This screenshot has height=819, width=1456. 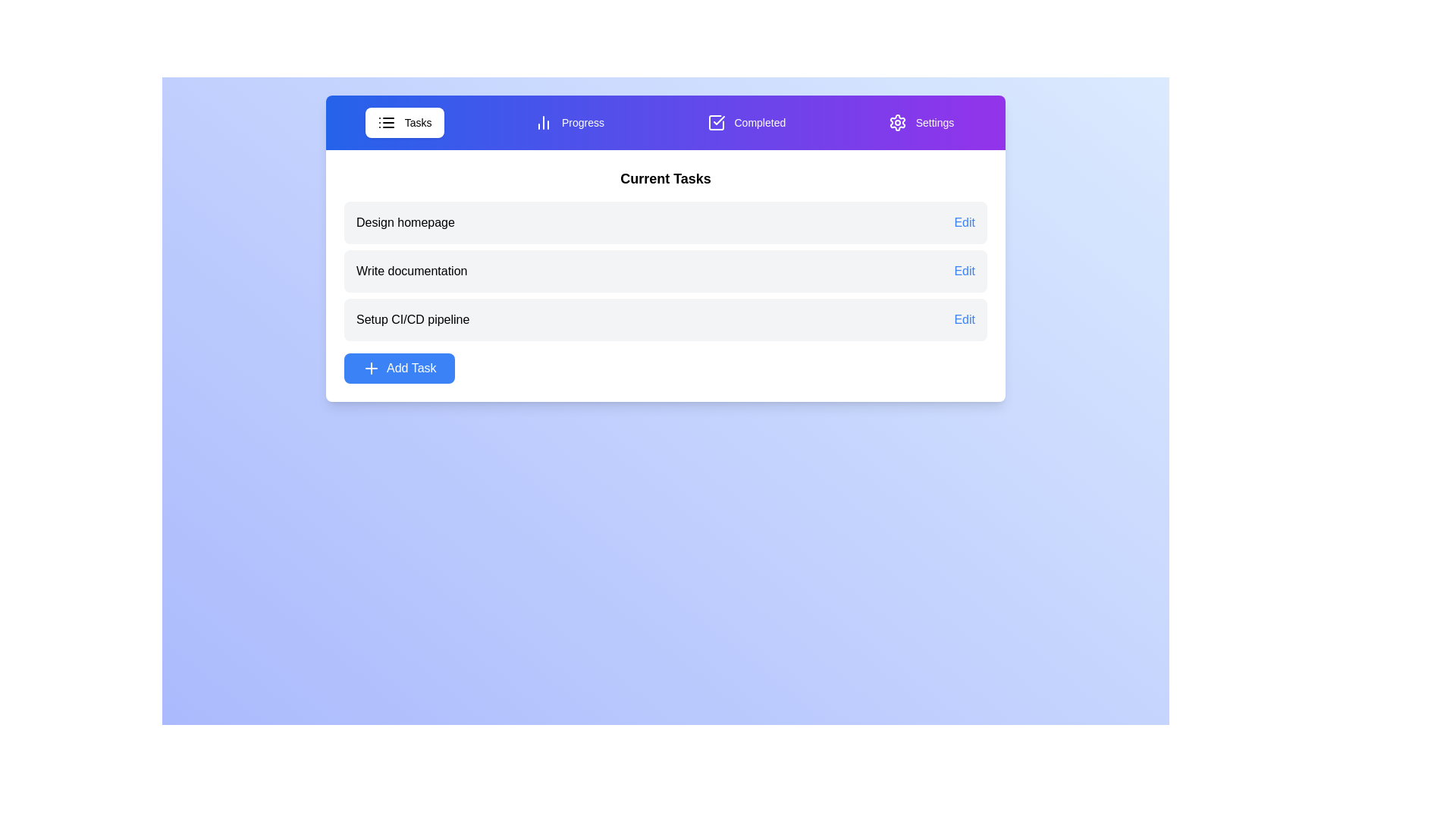 What do you see at coordinates (666, 271) in the screenshot?
I see `the task list item for 'Write documentation'` at bounding box center [666, 271].